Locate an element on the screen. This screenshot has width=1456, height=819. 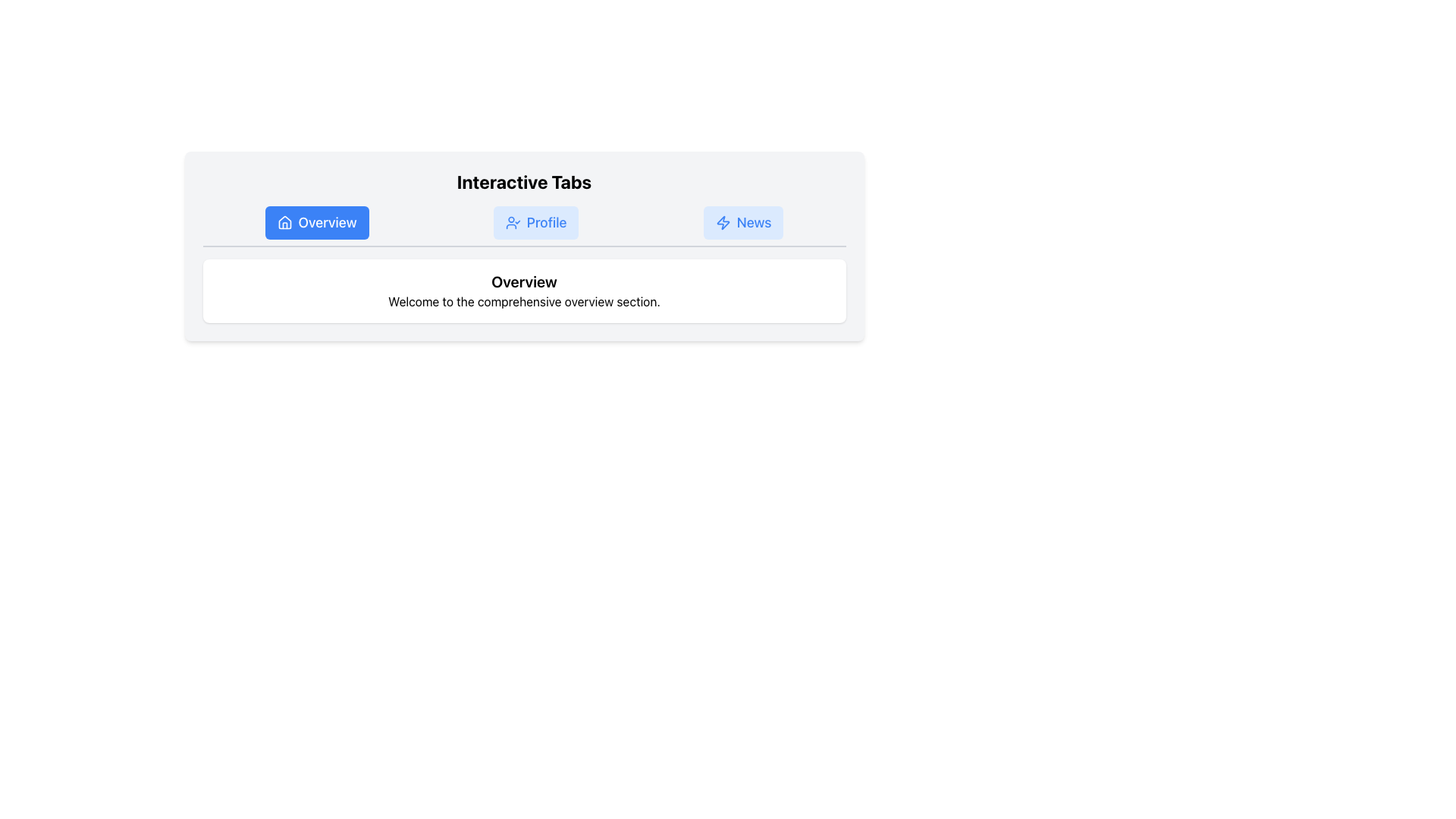
the 'News' tab button in the navigation bar is located at coordinates (743, 222).